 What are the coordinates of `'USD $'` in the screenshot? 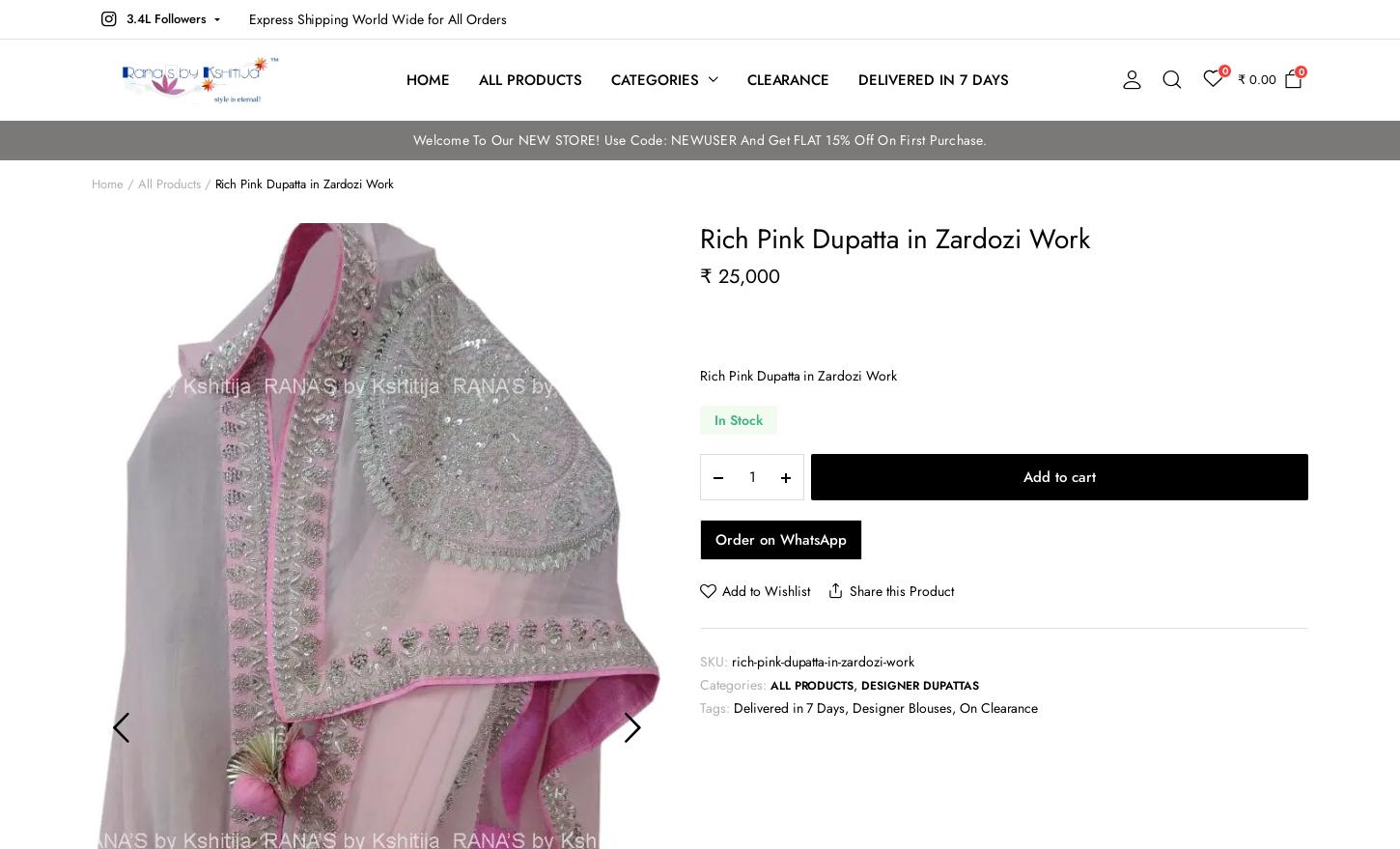 It's located at (1362, 111).